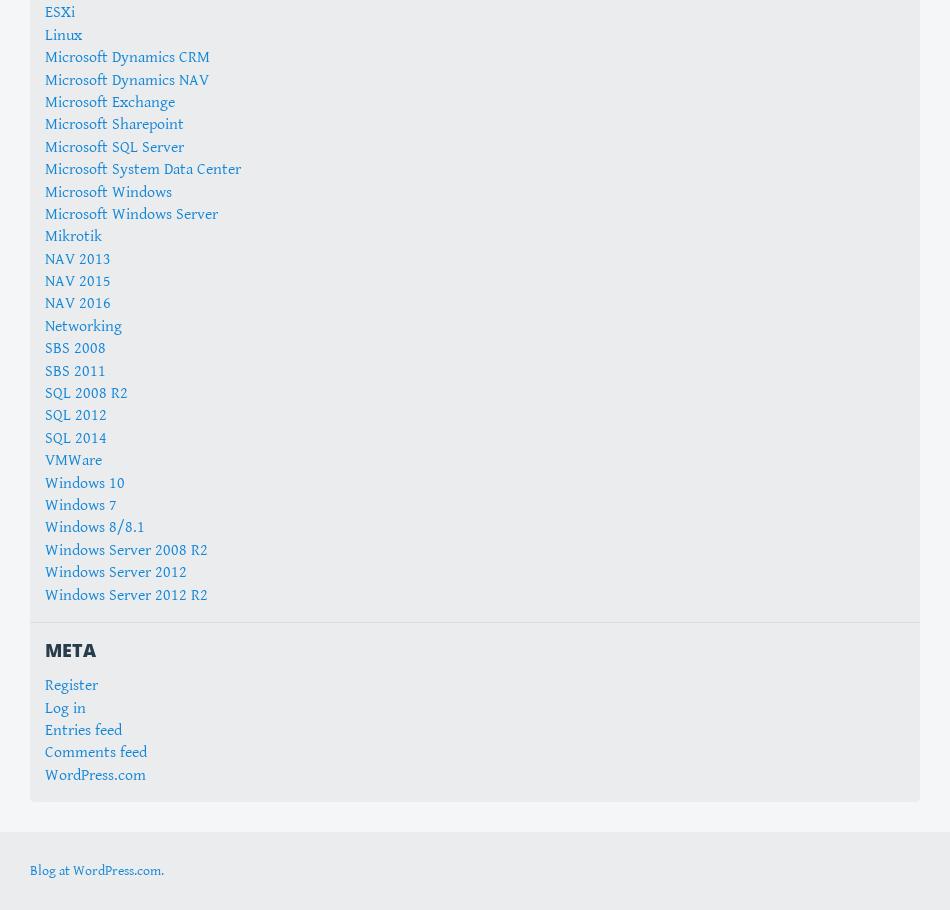 This screenshot has width=950, height=910. I want to click on 'Windows 7', so click(81, 504).